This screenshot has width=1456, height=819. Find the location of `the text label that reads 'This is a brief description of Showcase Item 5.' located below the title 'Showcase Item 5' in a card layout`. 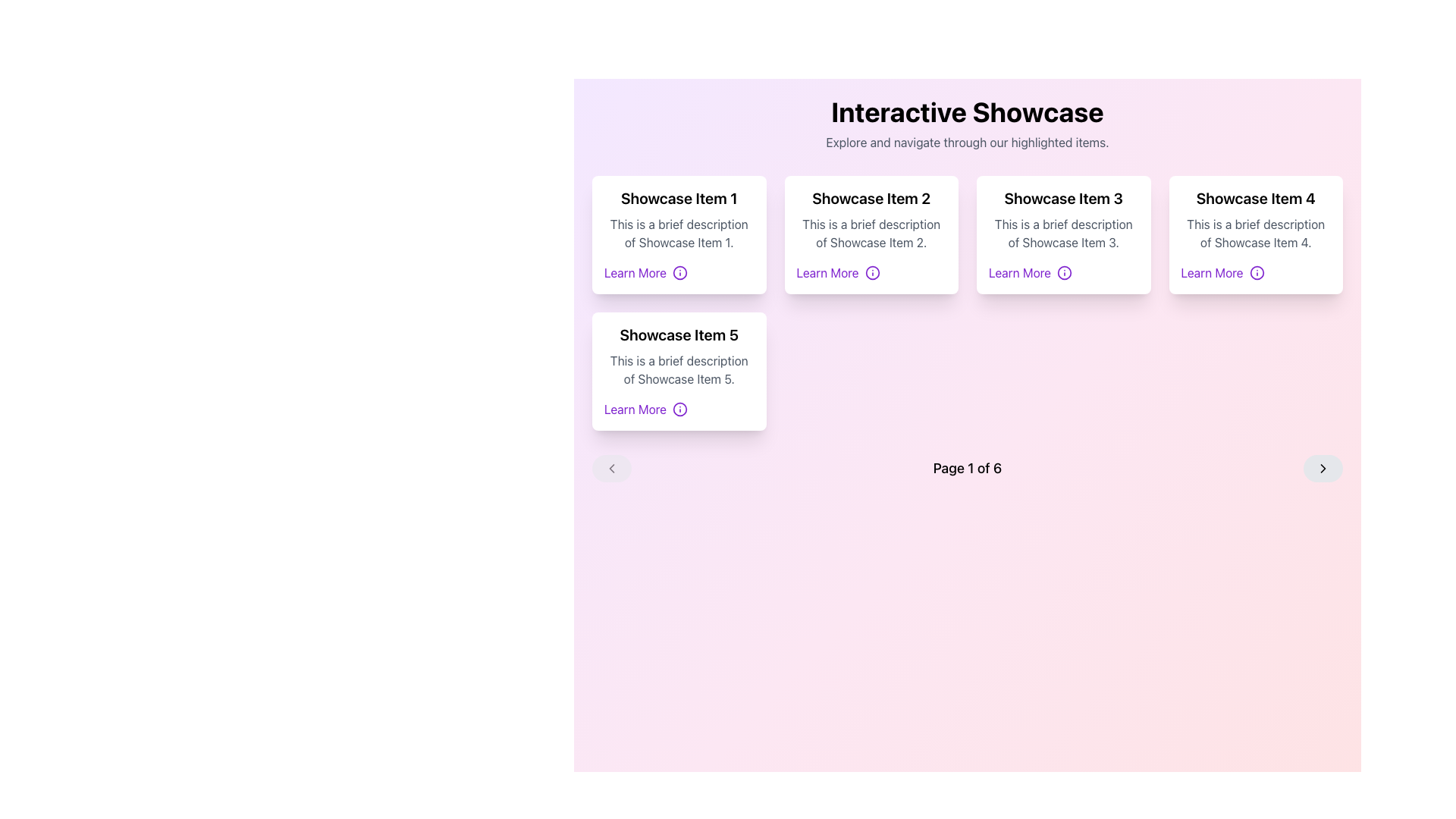

the text label that reads 'This is a brief description of Showcase Item 5.' located below the title 'Showcase Item 5' in a card layout is located at coordinates (678, 370).